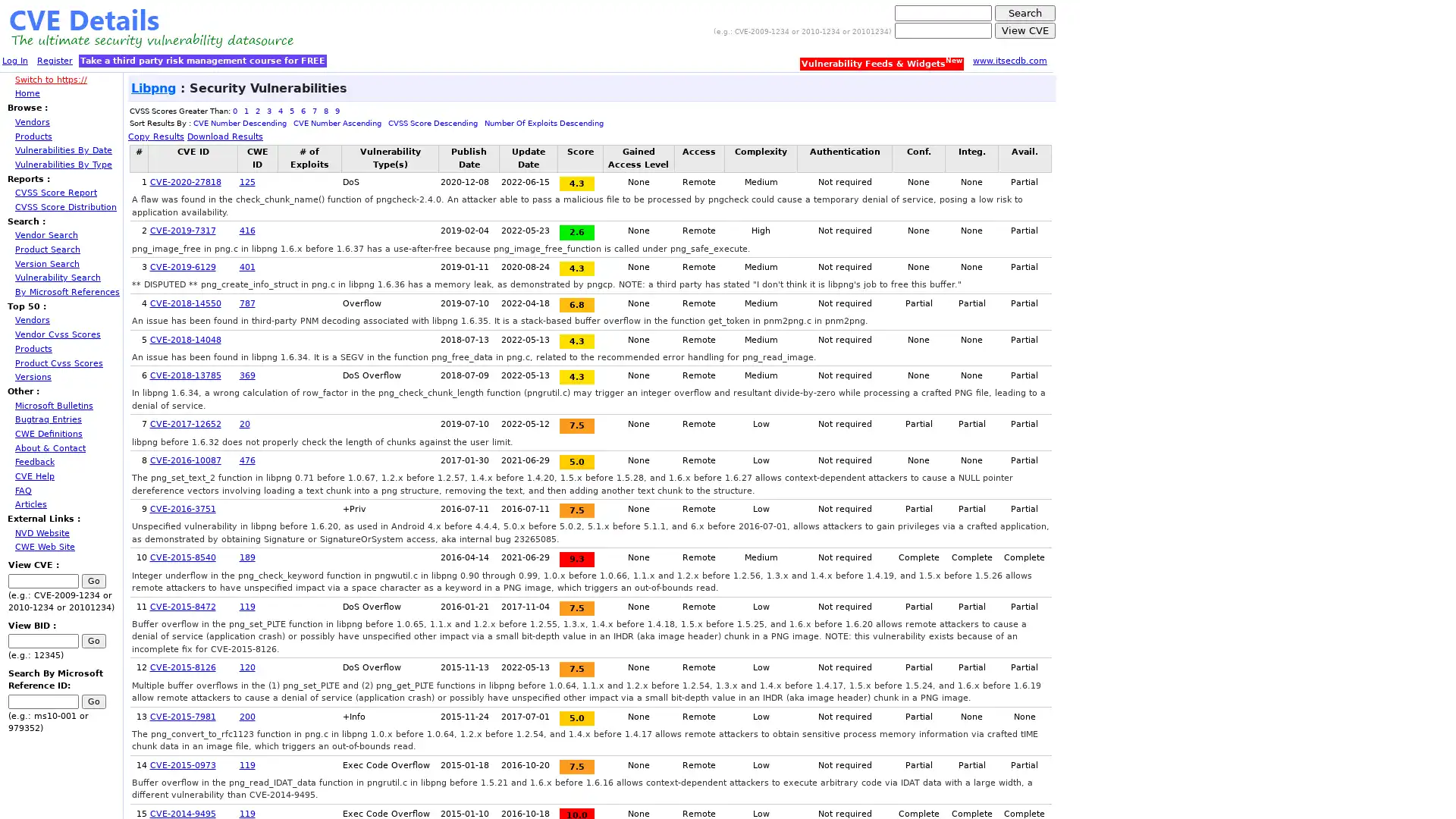  What do you see at coordinates (93, 580) in the screenshot?
I see `Go` at bounding box center [93, 580].